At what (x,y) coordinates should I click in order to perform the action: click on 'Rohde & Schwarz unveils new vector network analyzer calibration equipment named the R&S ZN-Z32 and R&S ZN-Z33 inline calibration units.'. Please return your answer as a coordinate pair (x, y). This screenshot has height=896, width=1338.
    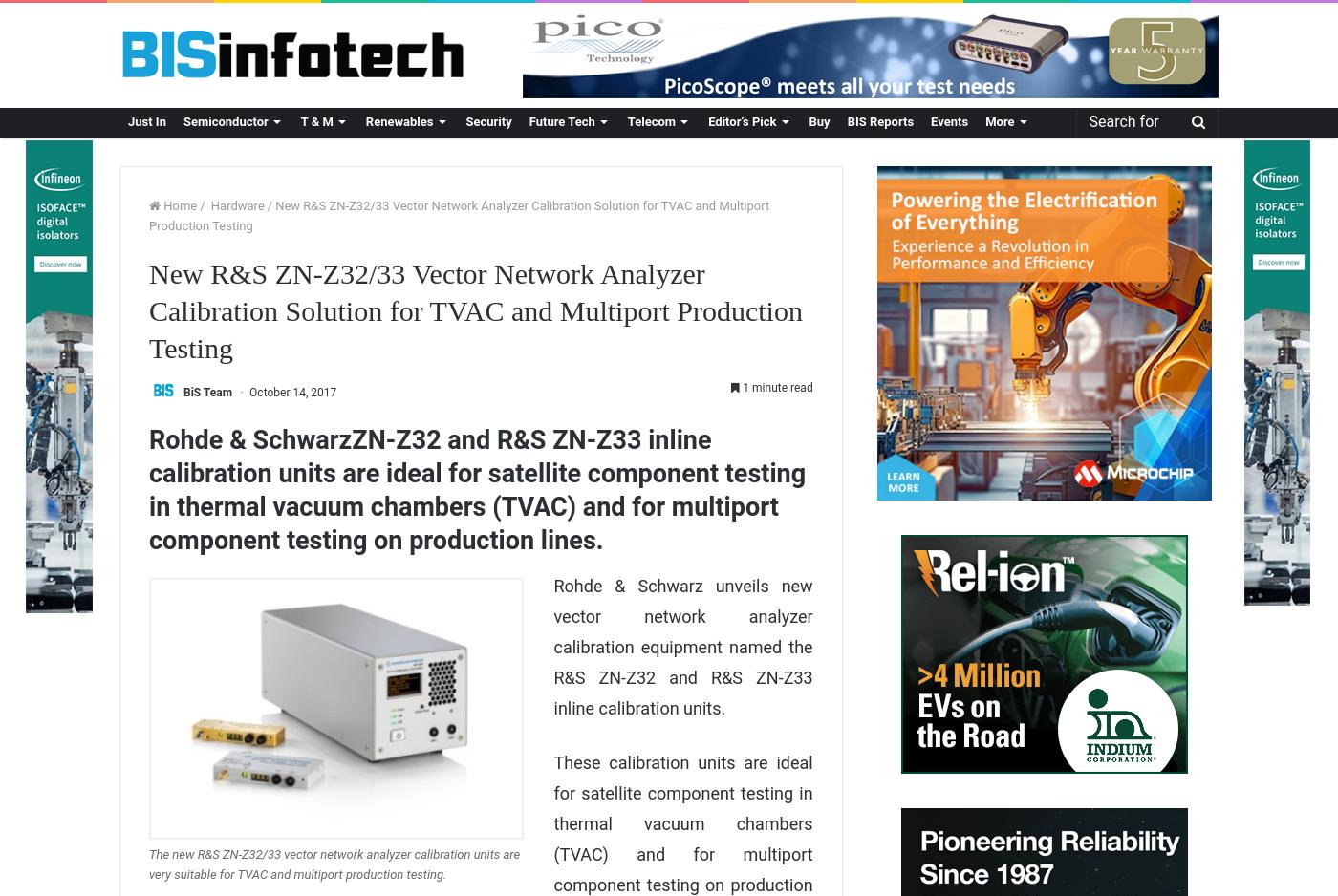
    Looking at the image, I should click on (682, 646).